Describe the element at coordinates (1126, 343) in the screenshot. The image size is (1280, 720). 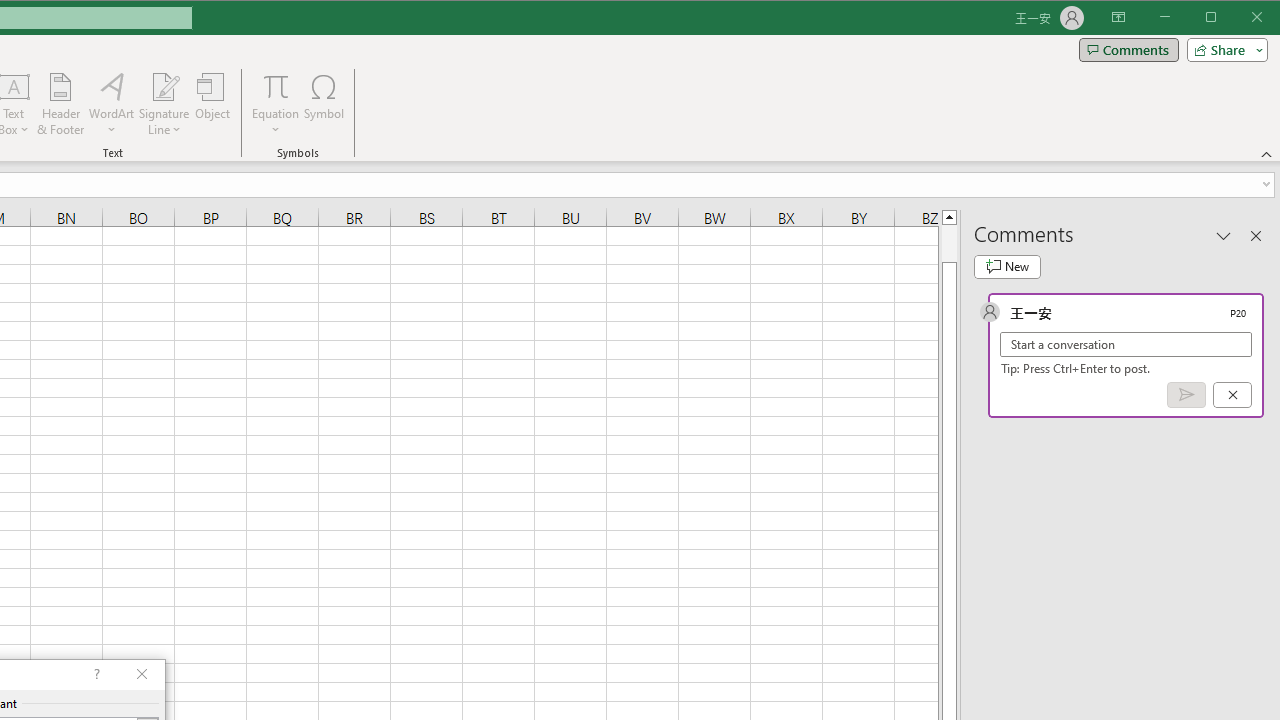
I see `'Start a conversation'` at that location.